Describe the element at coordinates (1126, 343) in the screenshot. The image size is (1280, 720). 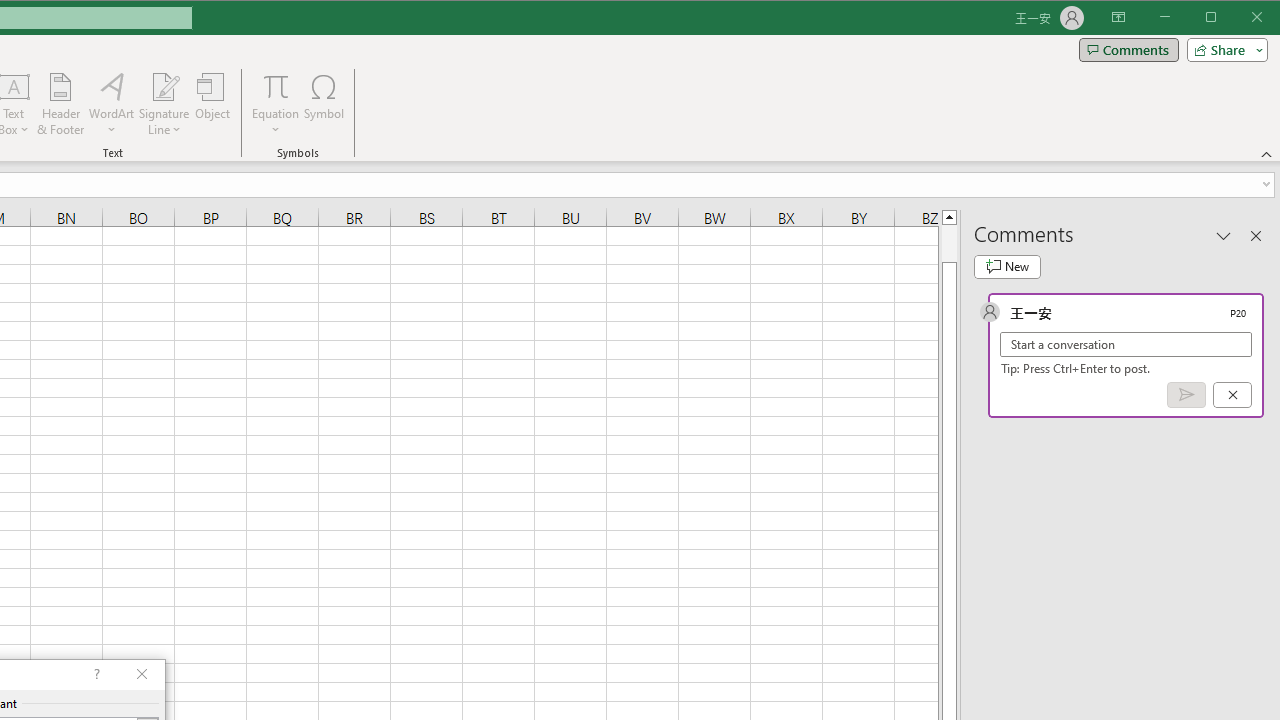
I see `'Start a conversation'` at that location.